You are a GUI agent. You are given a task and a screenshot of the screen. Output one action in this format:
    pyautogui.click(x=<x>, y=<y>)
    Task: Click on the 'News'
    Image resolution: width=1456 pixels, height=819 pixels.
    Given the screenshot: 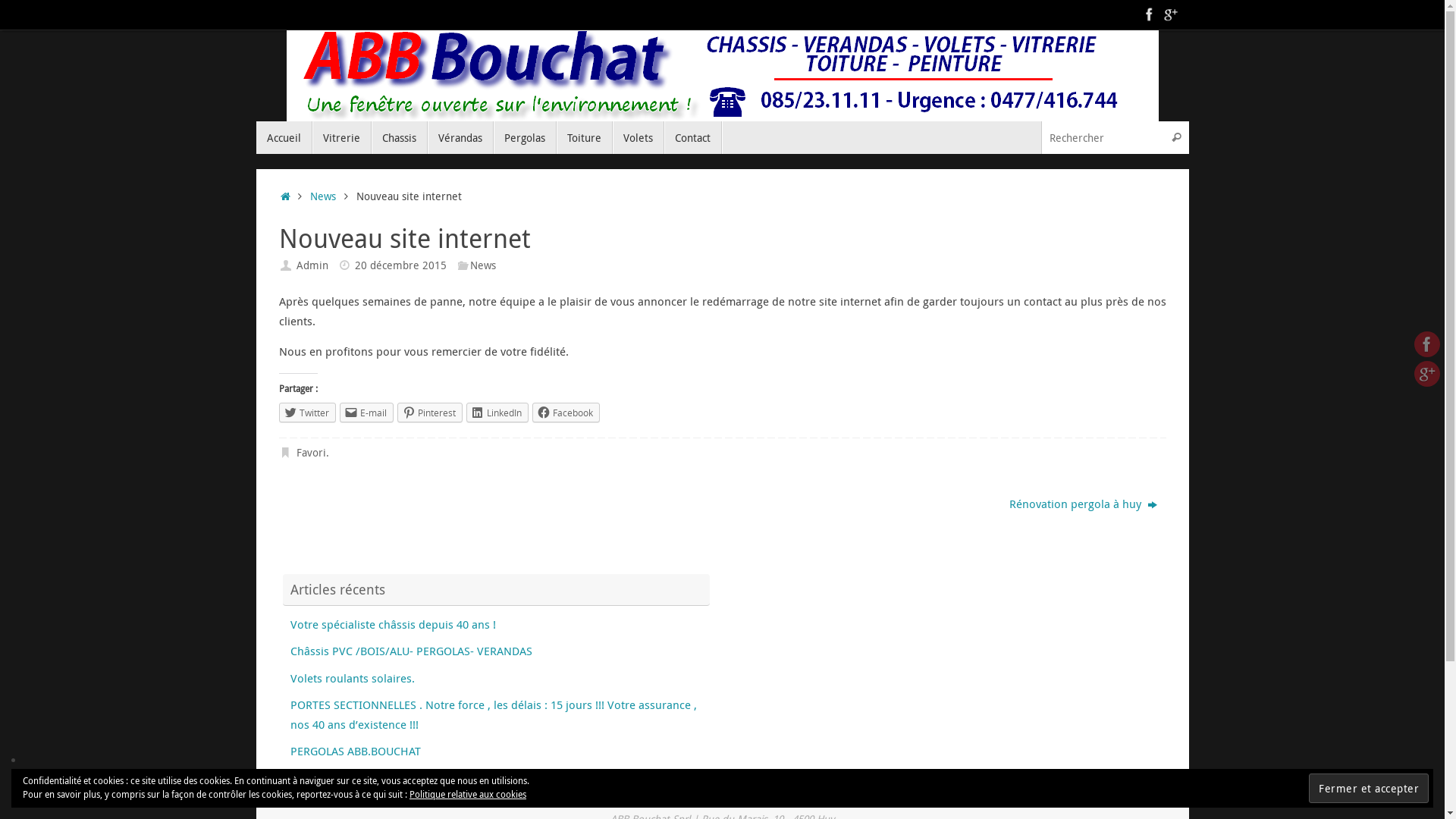 What is the action you would take?
    pyautogui.click(x=482, y=263)
    